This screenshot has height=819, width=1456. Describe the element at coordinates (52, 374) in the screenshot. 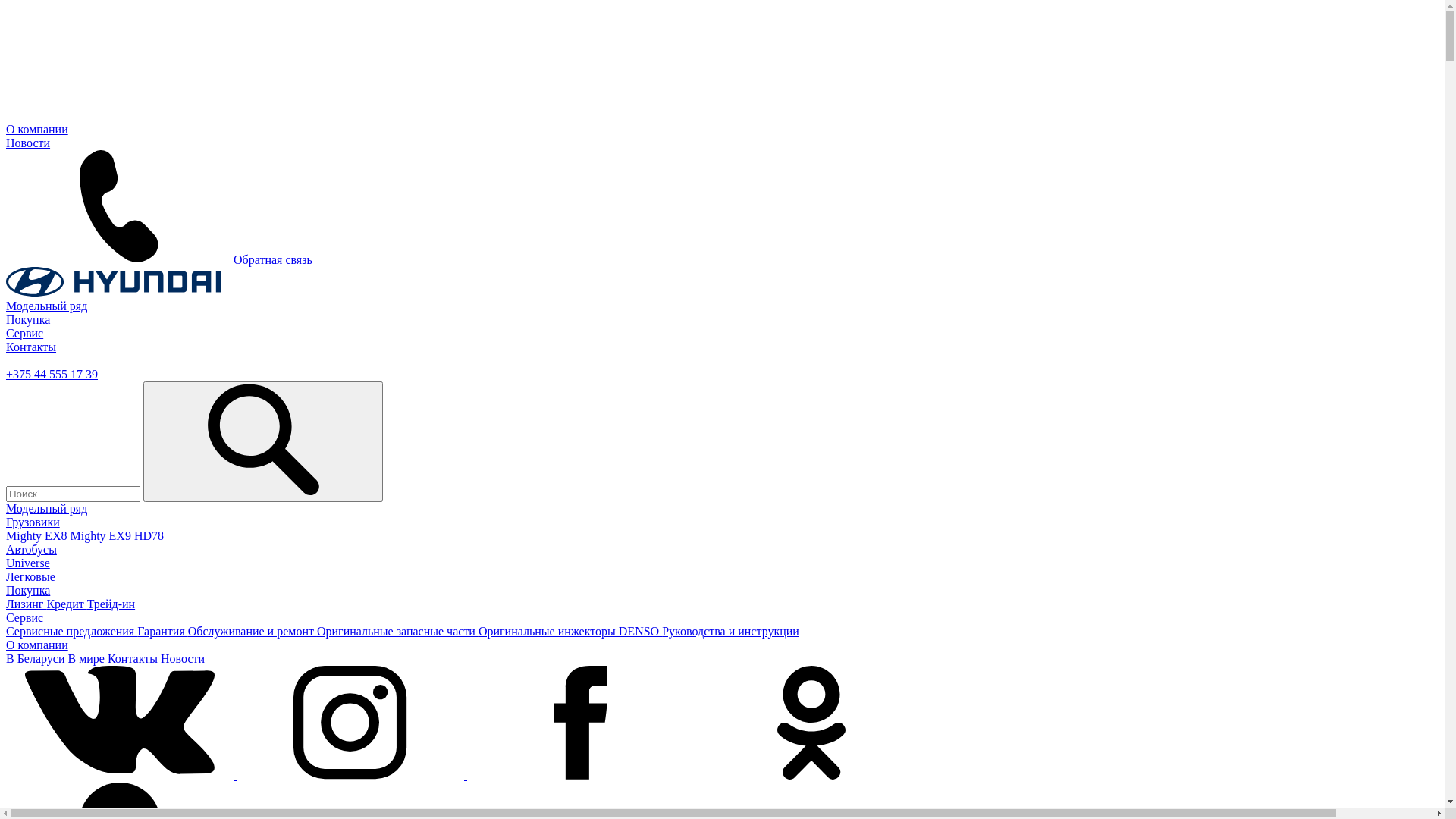

I see `'+375 44 555 17 39'` at that location.